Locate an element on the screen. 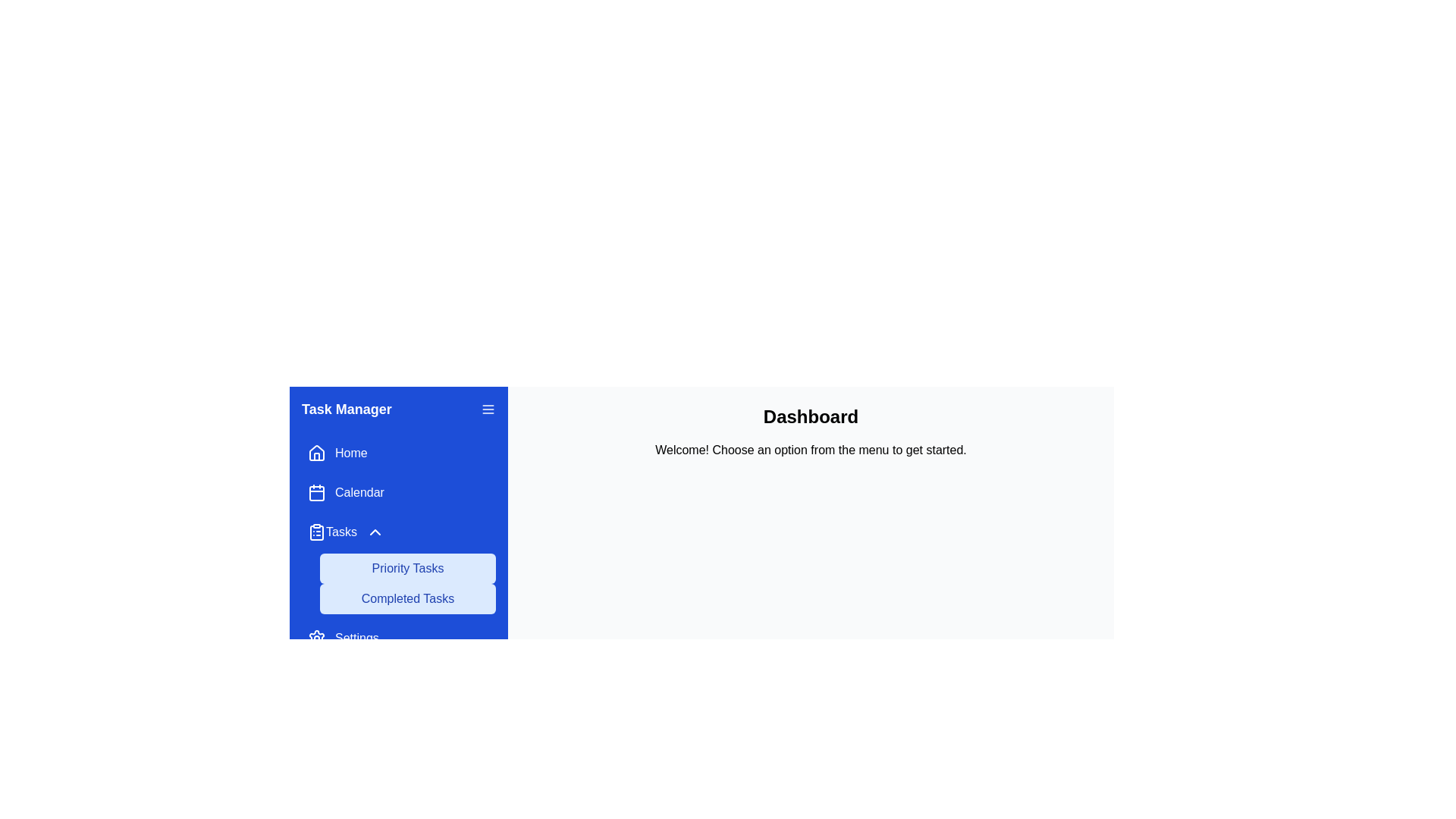 This screenshot has height=819, width=1456. the 'Settings' icon located at the bottom of the leftmost sidebar navigation panel is located at coordinates (315, 638).